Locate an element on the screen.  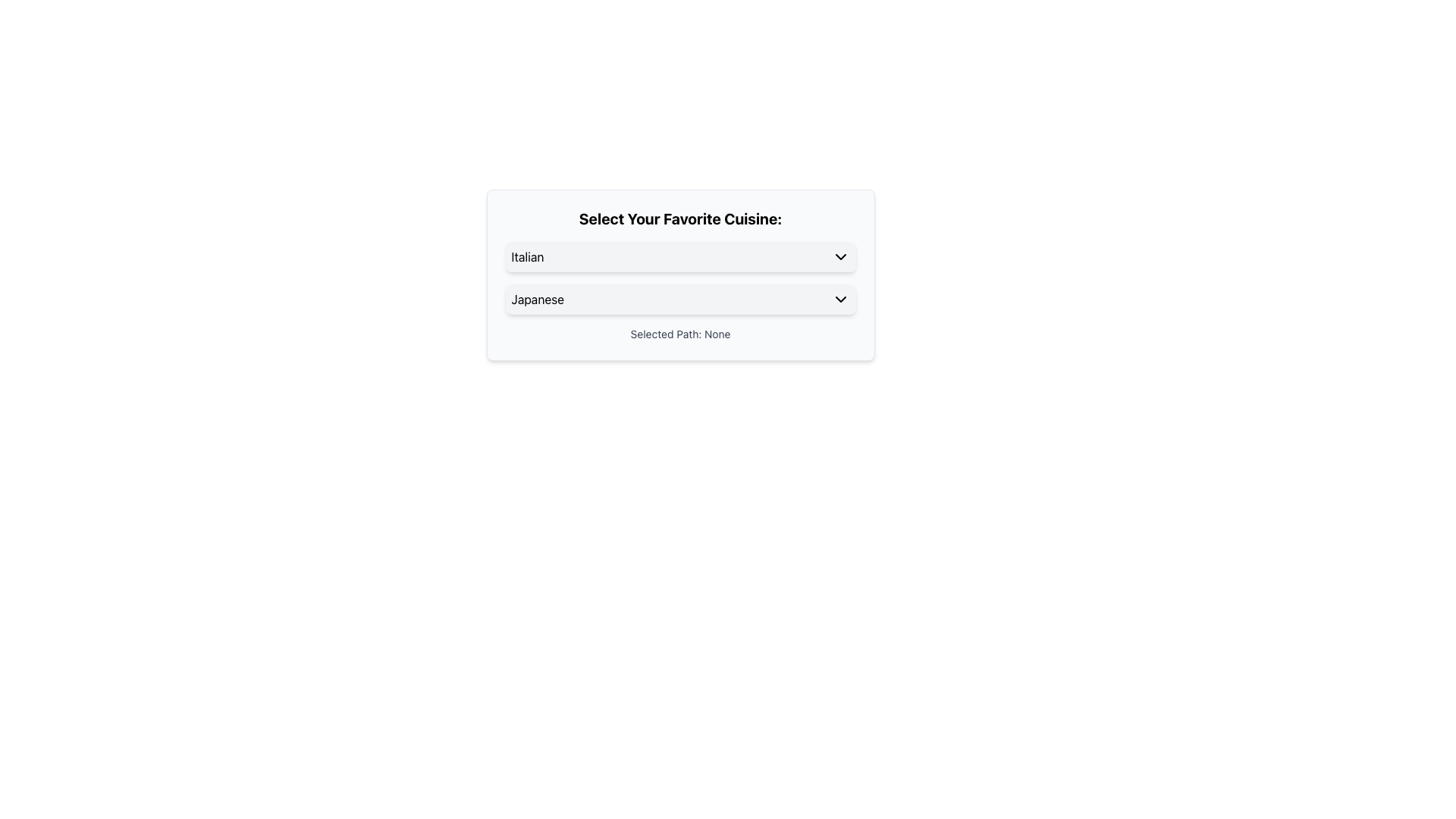
the Dropdown trigger icon located at the far-right side of the 'Italian' option is located at coordinates (839, 256).